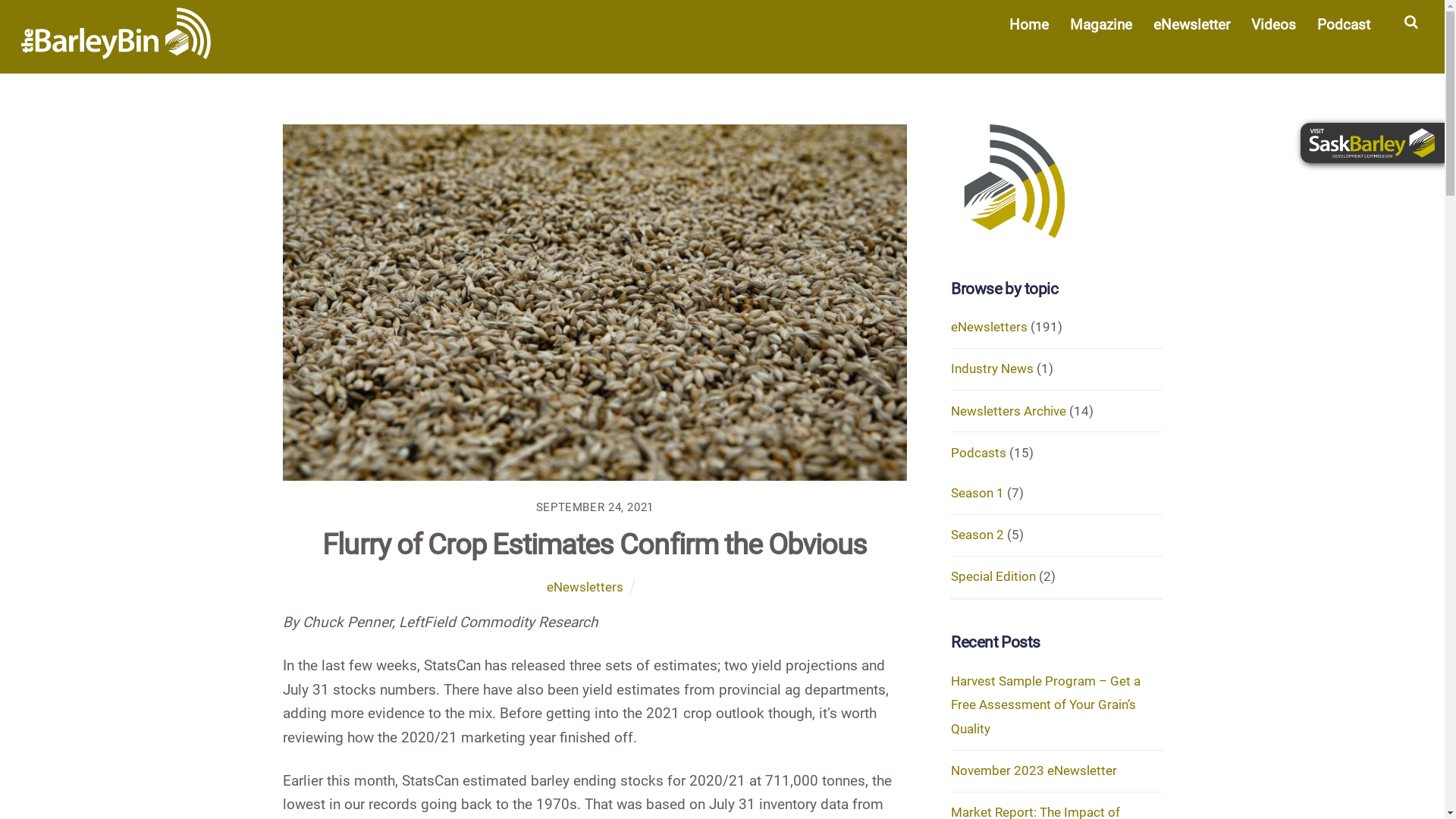  Describe the element at coordinates (1190, 24) in the screenshot. I see `'eNewsletter'` at that location.